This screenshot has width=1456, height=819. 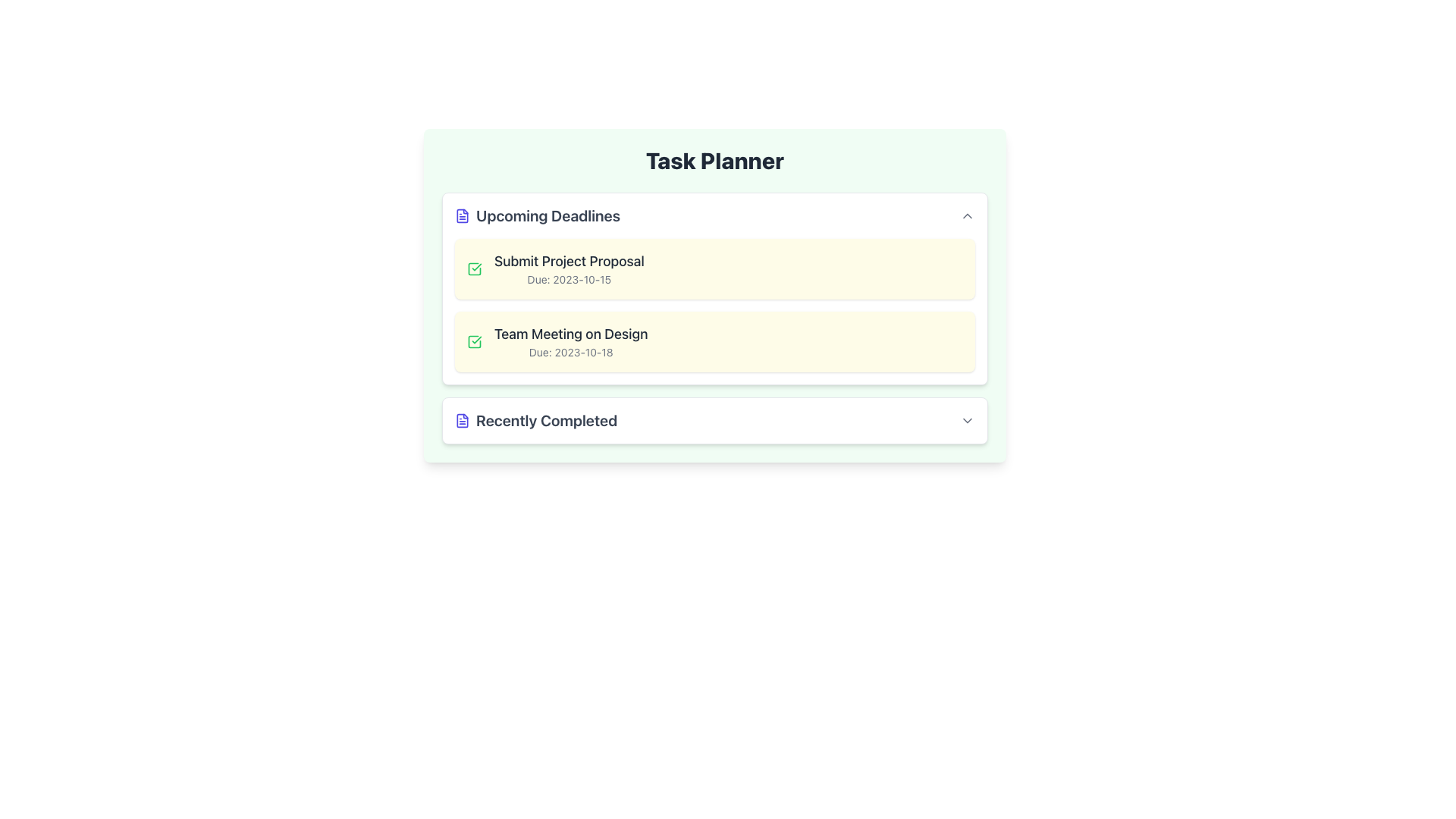 I want to click on text label that reads 'Recently Completed', which is bold and grayish, located below 'Upcoming Deadlines', so click(x=546, y=421).